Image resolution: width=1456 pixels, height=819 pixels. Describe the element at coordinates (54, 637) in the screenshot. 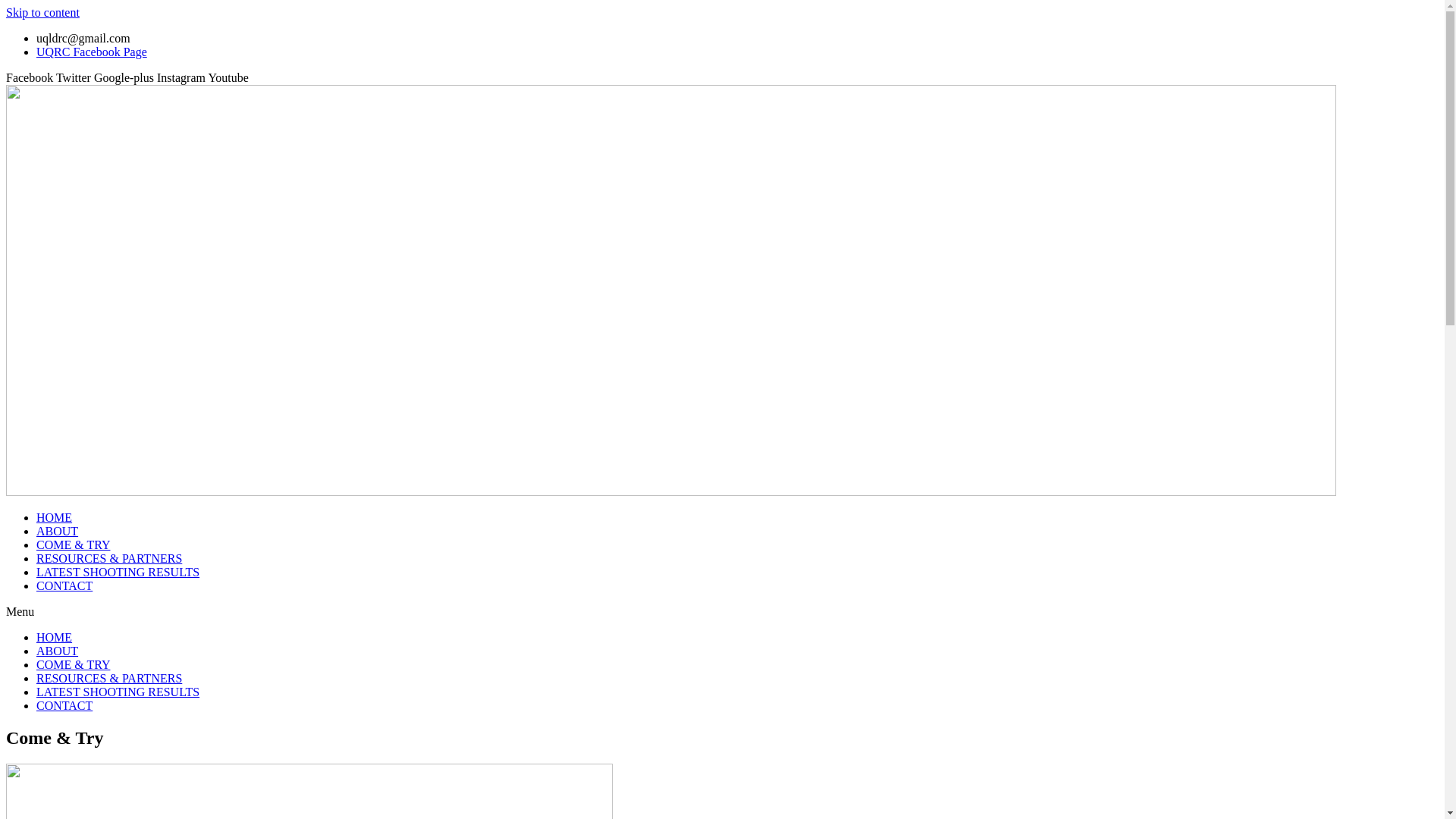

I see `'HOME'` at that location.